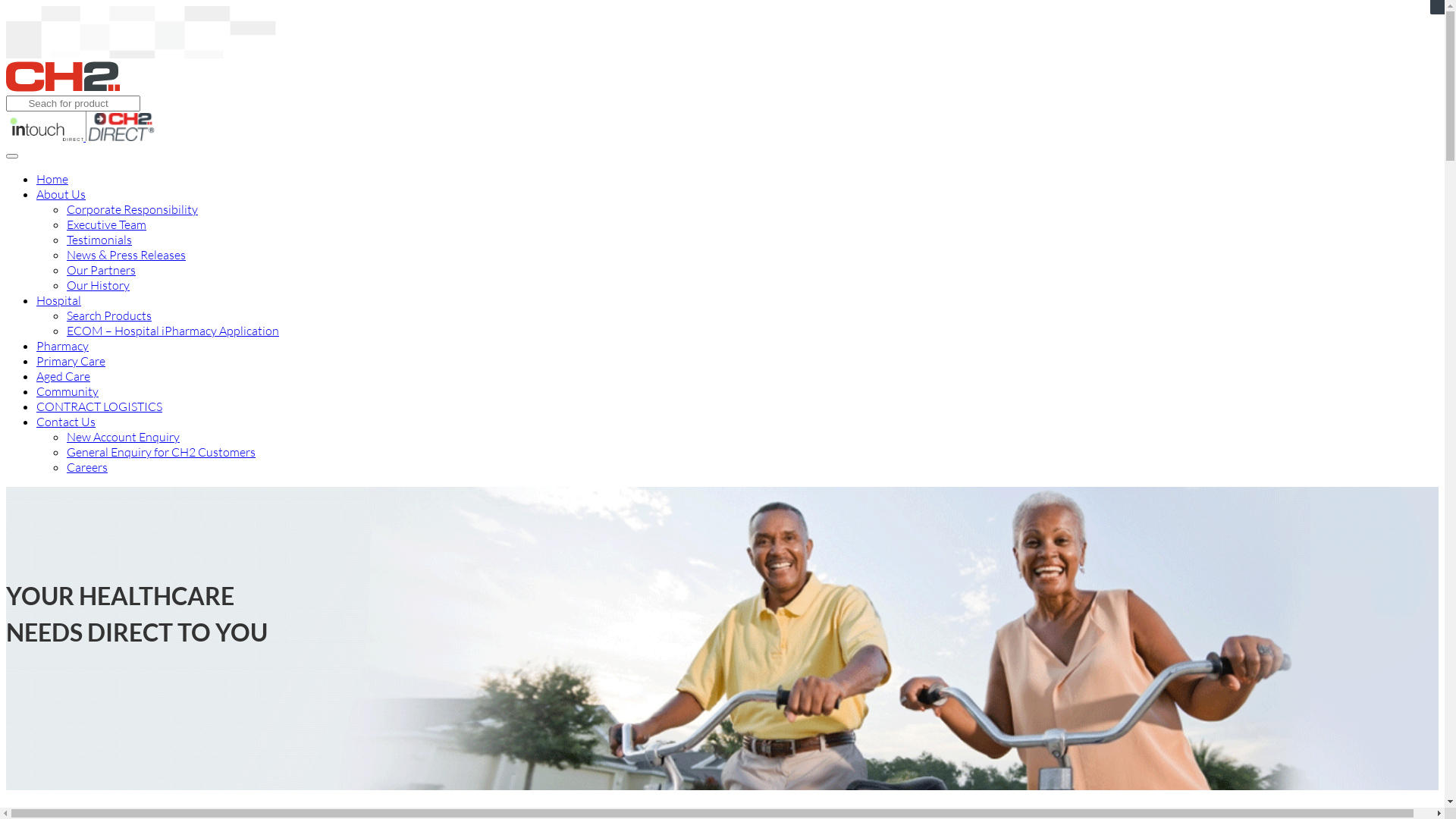 The image size is (1456, 819). What do you see at coordinates (98, 406) in the screenshot?
I see `'CONTRACT LOGISTICS'` at bounding box center [98, 406].